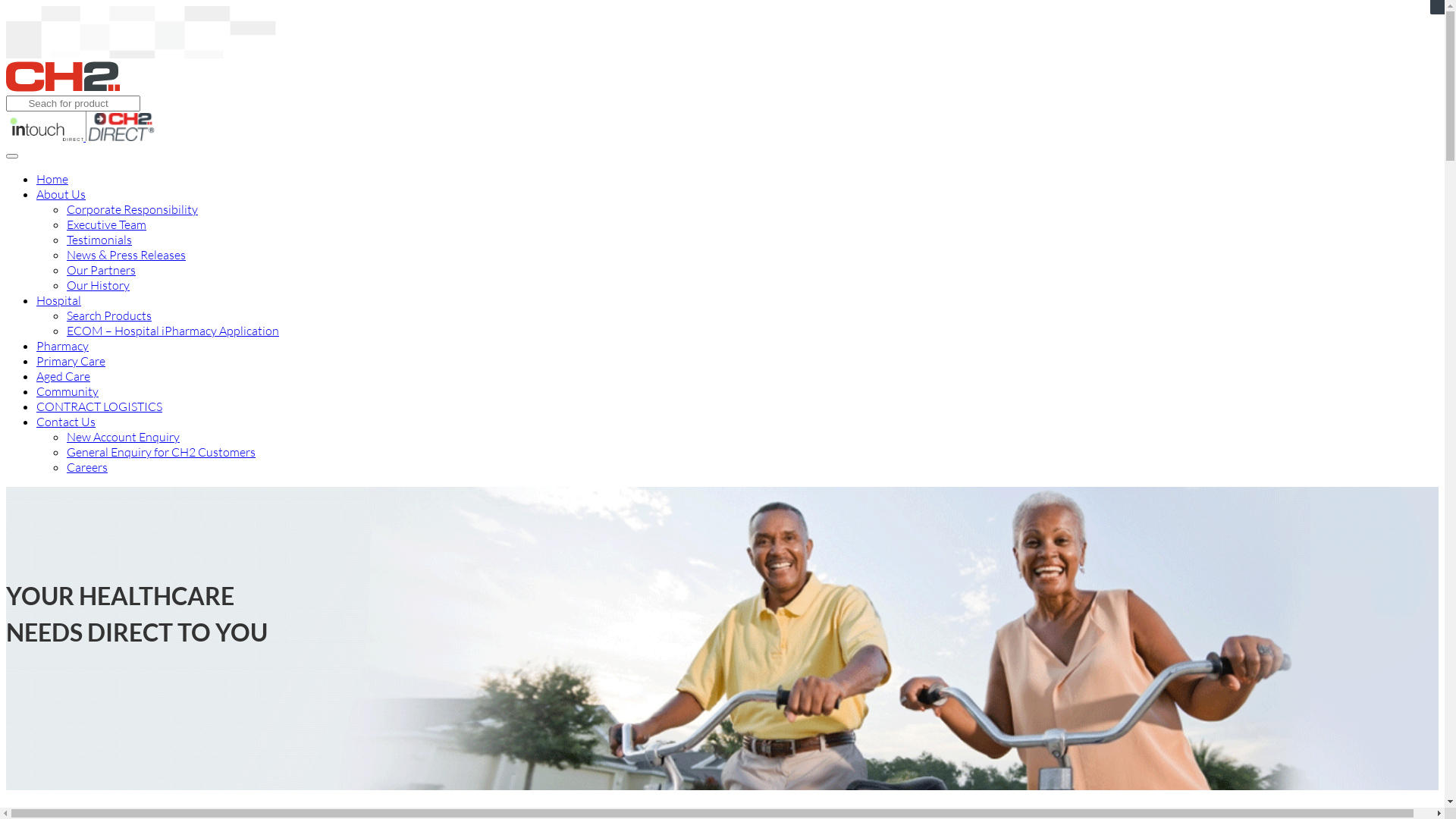 The image size is (1456, 819). What do you see at coordinates (98, 406) in the screenshot?
I see `'CONTRACT LOGISTICS'` at bounding box center [98, 406].